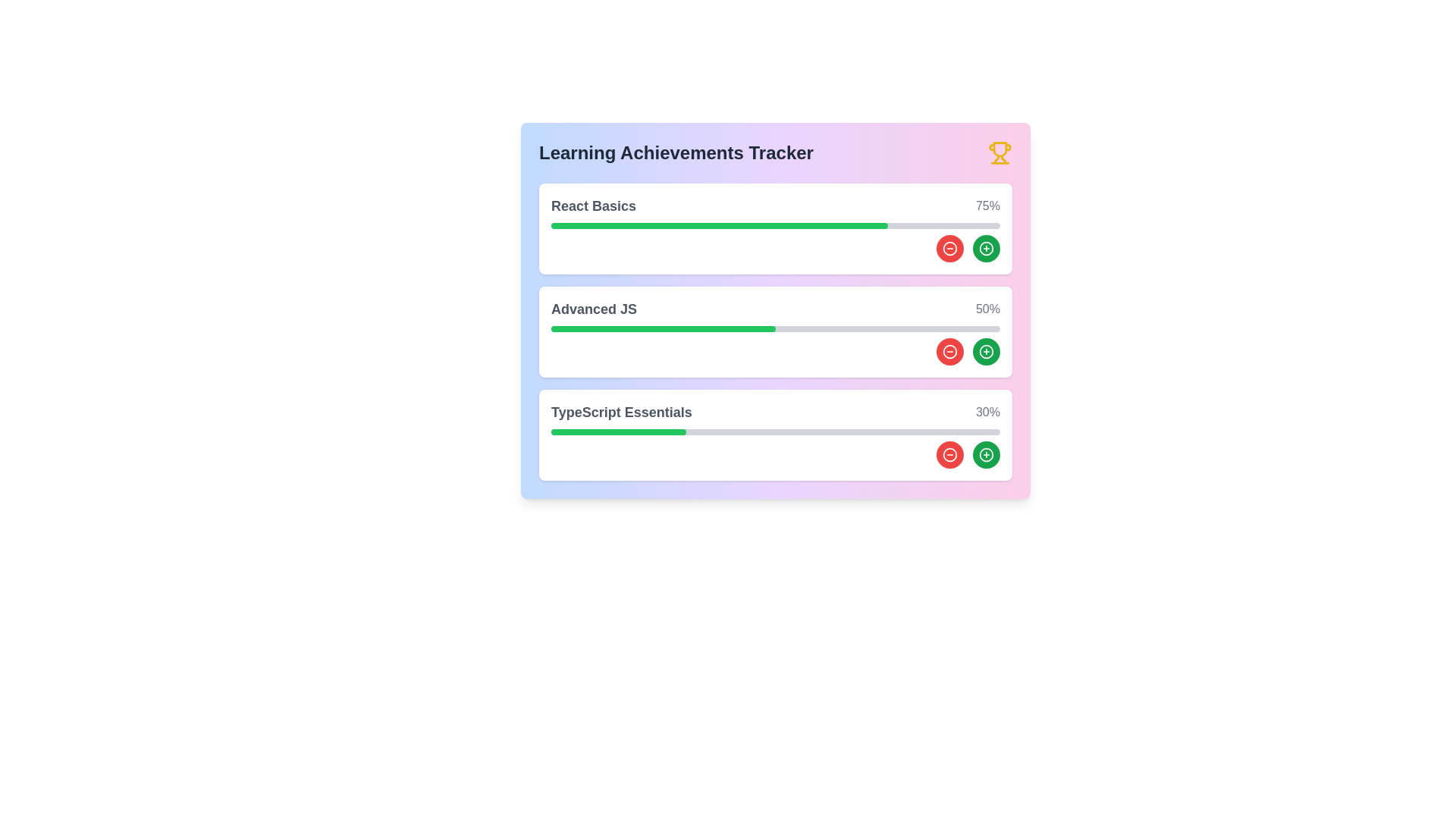  I want to click on the leftmost red circular icon in the bottom row that represents a 'remove' or 'delete' action, so click(949, 454).